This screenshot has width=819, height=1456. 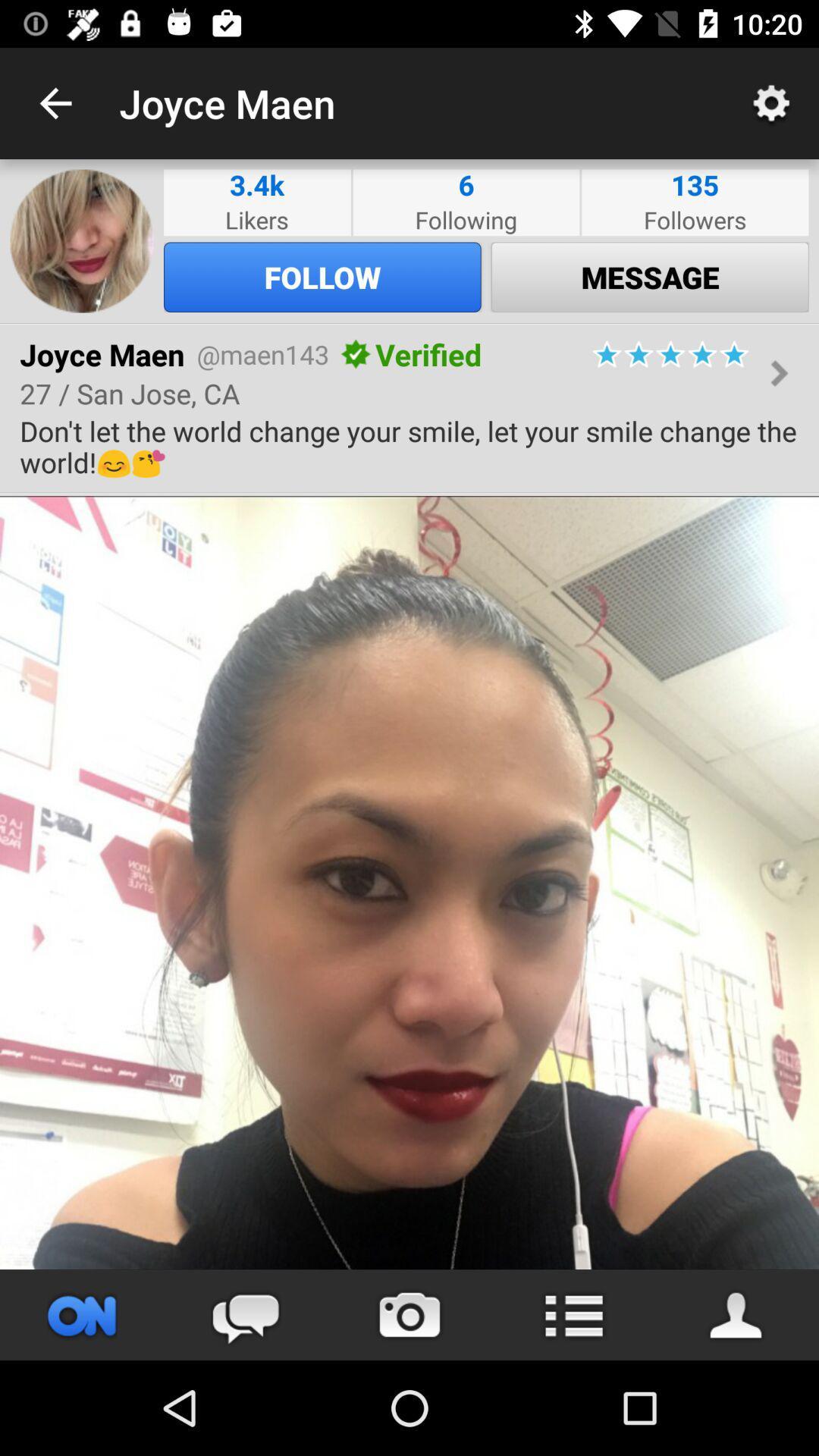 What do you see at coordinates (322, 277) in the screenshot?
I see `the follow item` at bounding box center [322, 277].